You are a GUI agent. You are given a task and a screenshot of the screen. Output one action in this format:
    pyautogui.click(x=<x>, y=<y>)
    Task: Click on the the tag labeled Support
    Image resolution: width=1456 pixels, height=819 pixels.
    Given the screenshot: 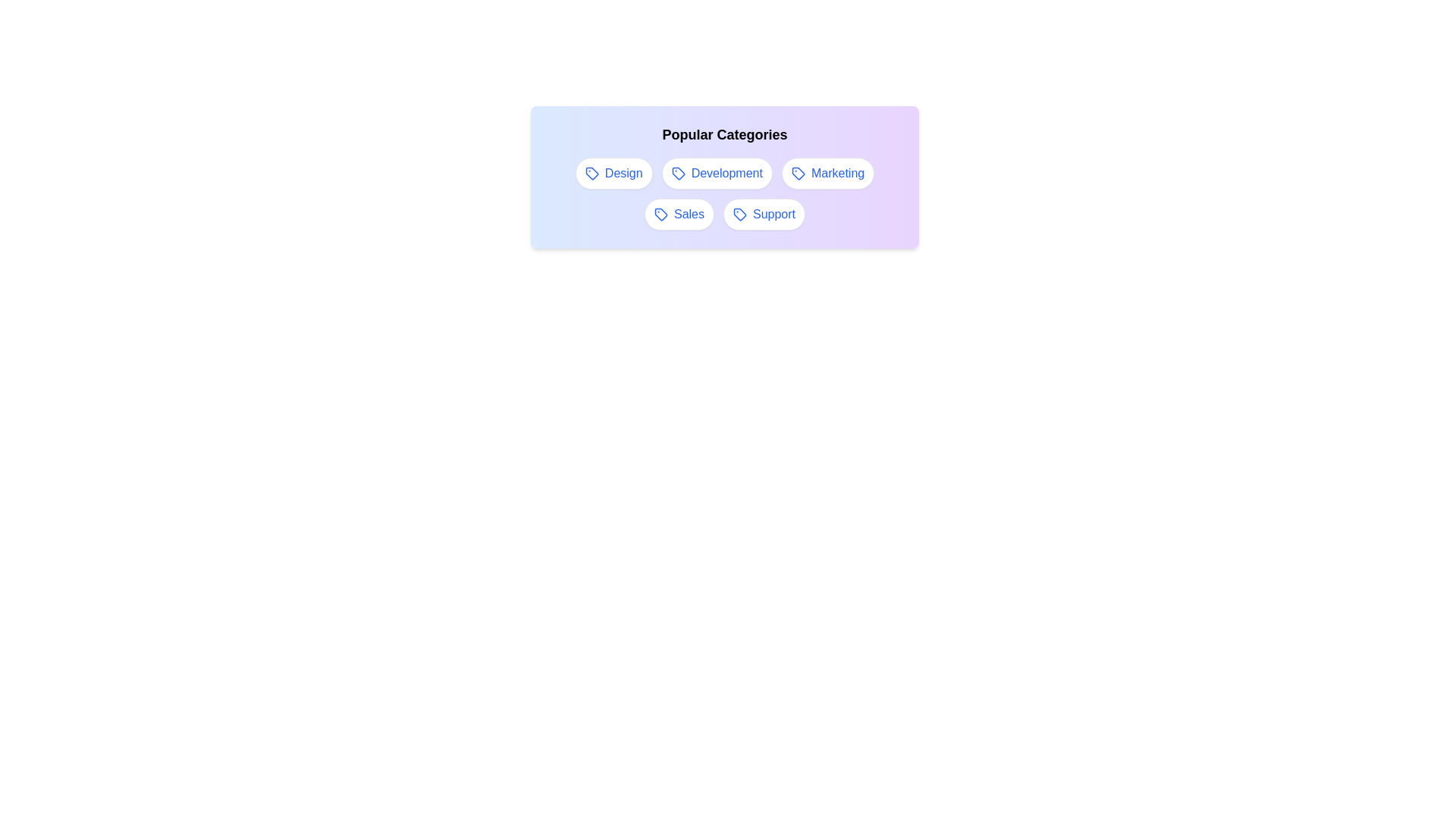 What is the action you would take?
    pyautogui.click(x=764, y=214)
    